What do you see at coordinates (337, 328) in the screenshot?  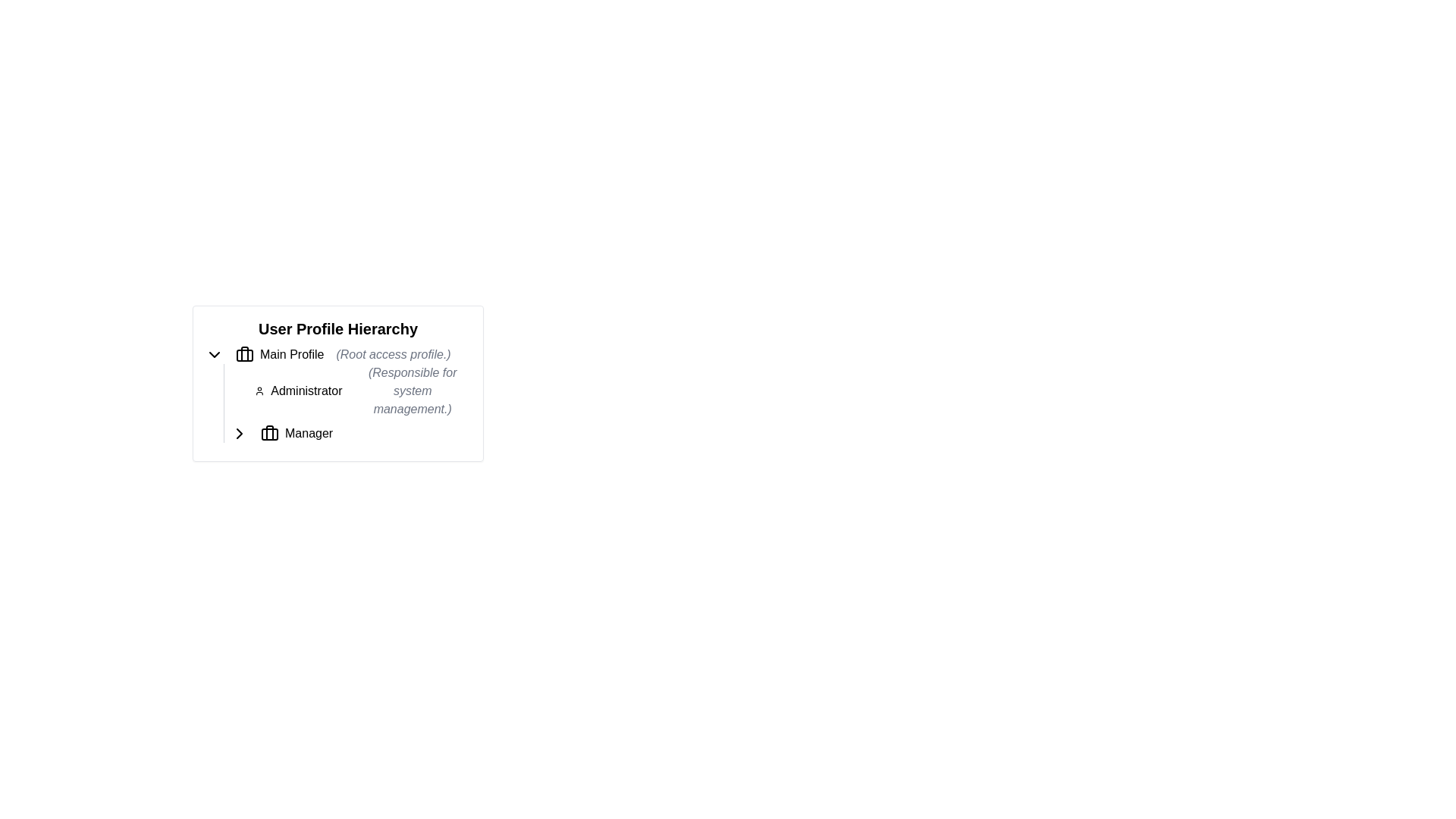 I see `the context of the section` at bounding box center [337, 328].